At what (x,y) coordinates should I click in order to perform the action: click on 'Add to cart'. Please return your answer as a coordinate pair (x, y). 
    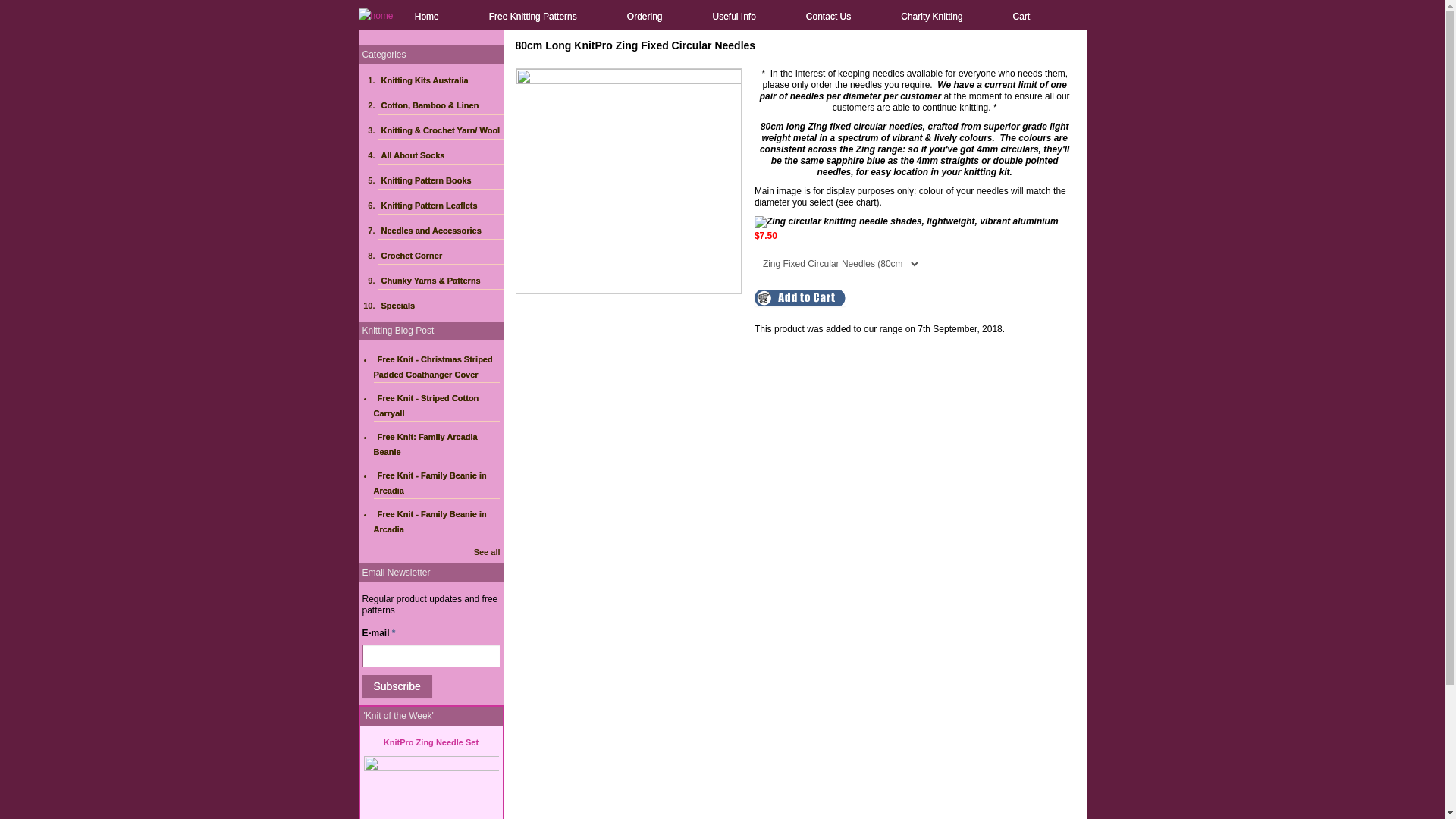
    Looking at the image, I should click on (799, 298).